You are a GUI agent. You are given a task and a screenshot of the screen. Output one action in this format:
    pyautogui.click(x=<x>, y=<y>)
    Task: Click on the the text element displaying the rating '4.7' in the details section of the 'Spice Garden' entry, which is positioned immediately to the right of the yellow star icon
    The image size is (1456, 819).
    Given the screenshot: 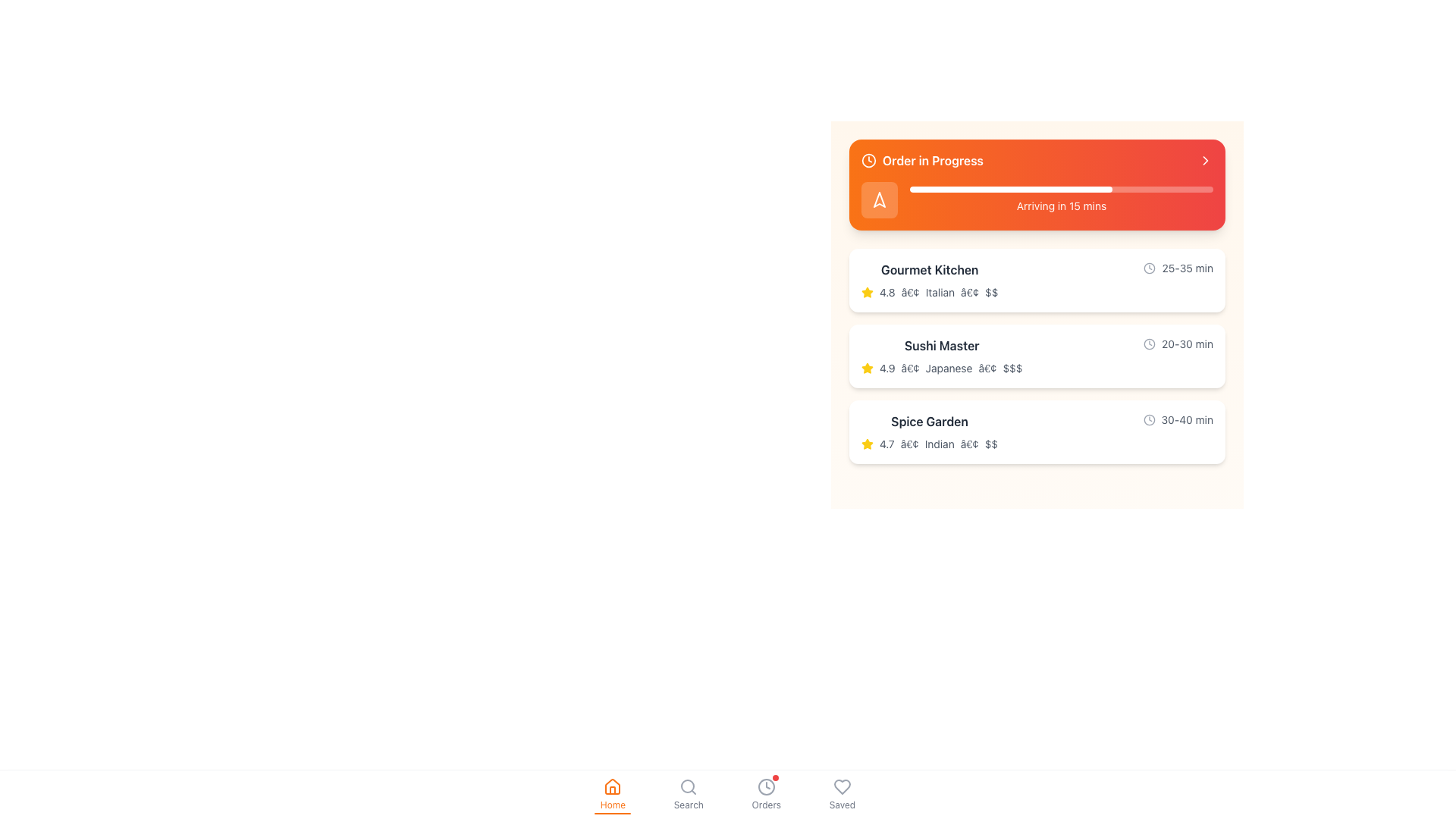 What is the action you would take?
    pyautogui.click(x=886, y=444)
    